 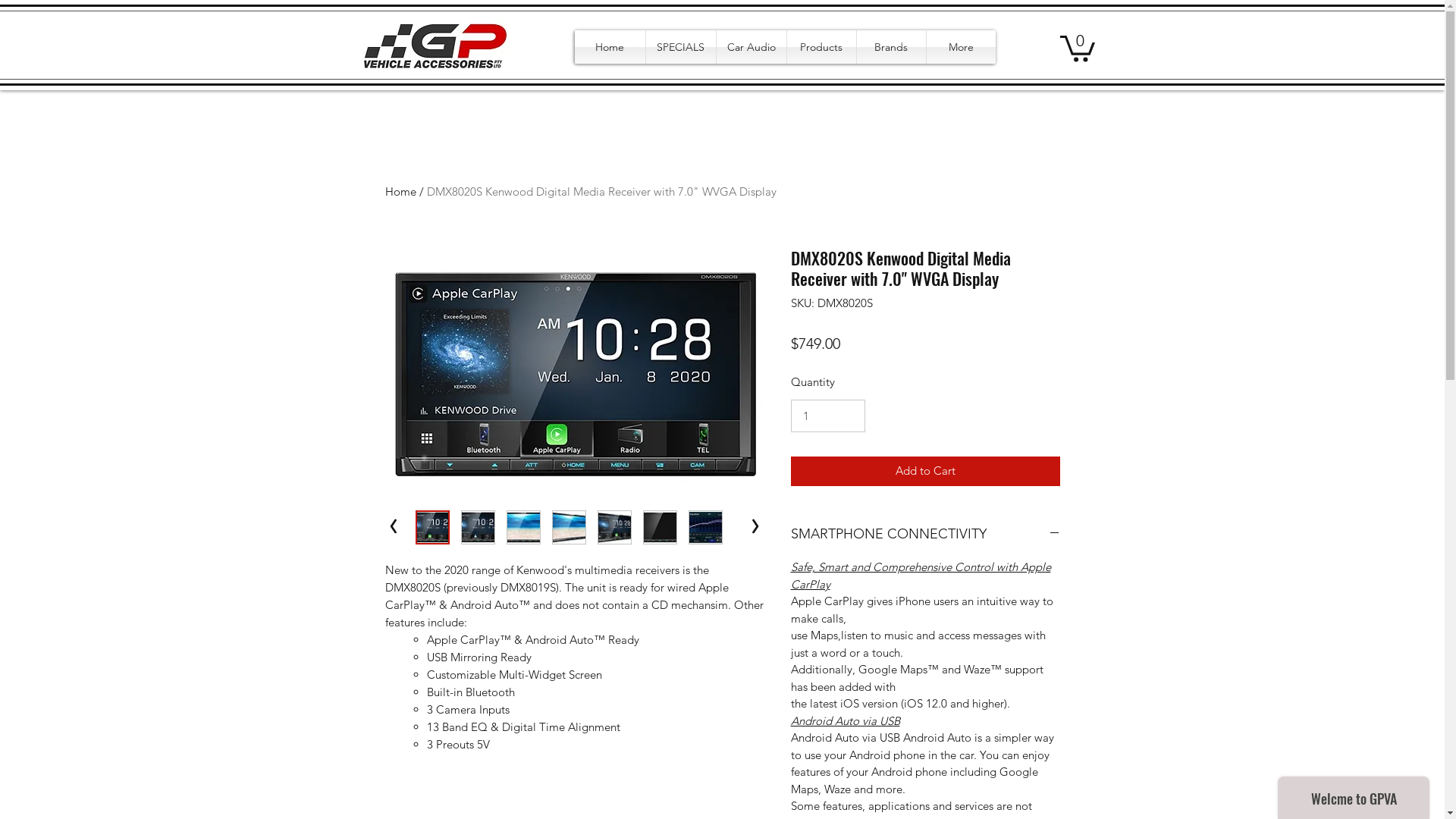 What do you see at coordinates (1076, 46) in the screenshot?
I see `'0'` at bounding box center [1076, 46].